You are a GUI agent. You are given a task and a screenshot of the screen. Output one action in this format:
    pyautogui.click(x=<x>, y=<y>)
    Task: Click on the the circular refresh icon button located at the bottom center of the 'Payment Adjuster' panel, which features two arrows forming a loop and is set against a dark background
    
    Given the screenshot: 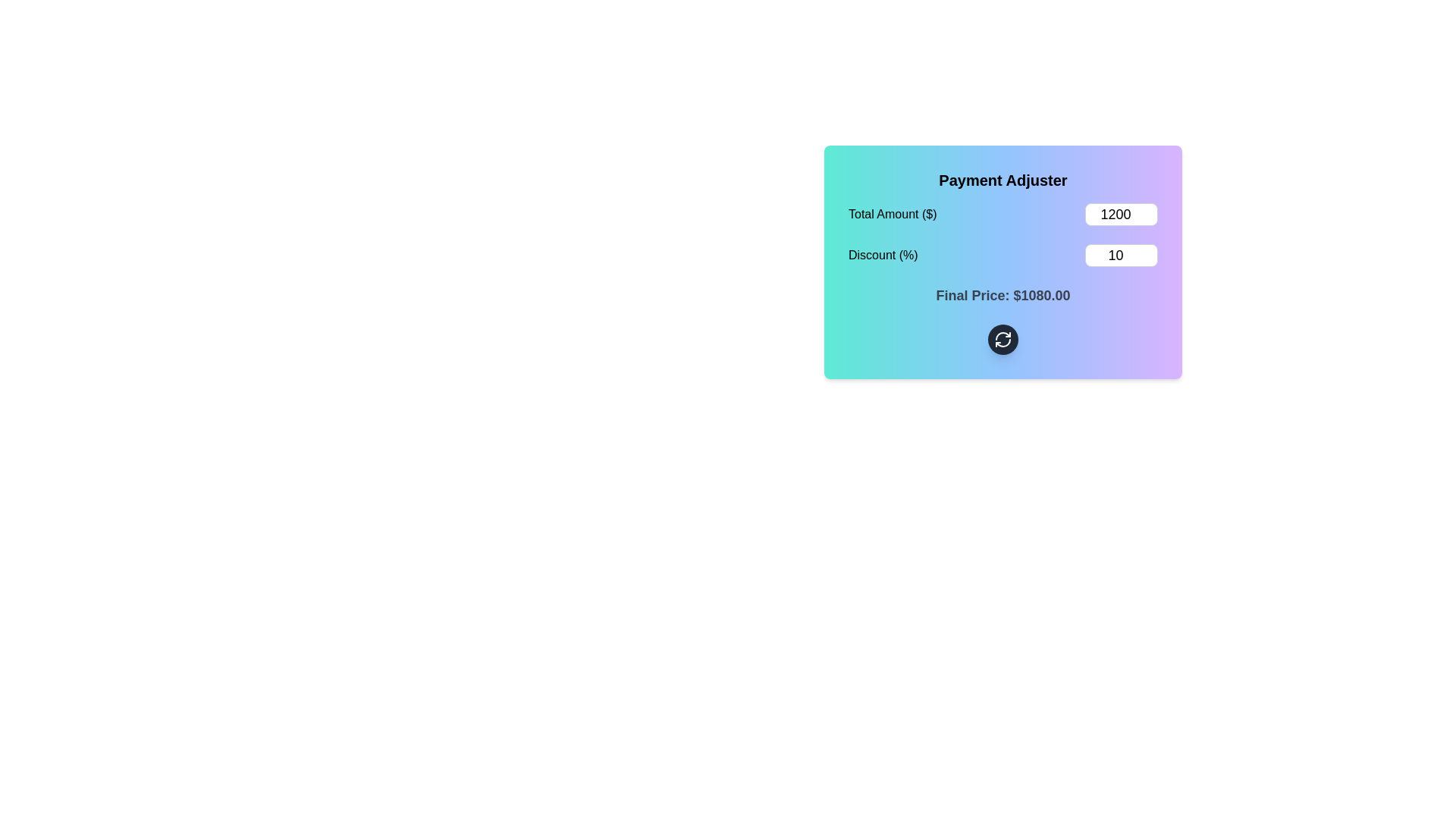 What is the action you would take?
    pyautogui.click(x=1003, y=338)
    